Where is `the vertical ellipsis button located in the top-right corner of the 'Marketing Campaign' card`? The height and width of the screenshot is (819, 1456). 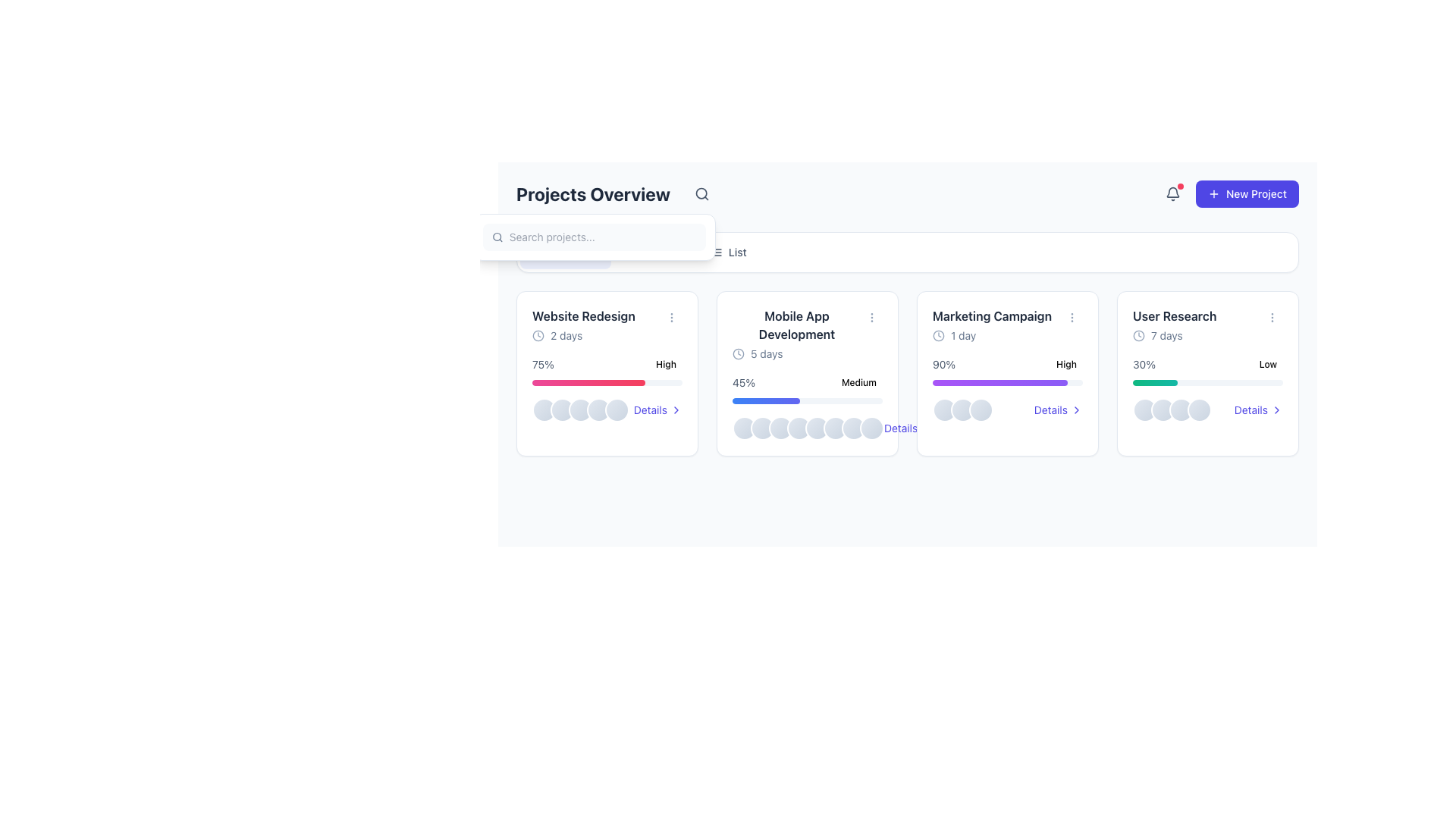
the vertical ellipsis button located in the top-right corner of the 'Marketing Campaign' card is located at coordinates (1072, 317).